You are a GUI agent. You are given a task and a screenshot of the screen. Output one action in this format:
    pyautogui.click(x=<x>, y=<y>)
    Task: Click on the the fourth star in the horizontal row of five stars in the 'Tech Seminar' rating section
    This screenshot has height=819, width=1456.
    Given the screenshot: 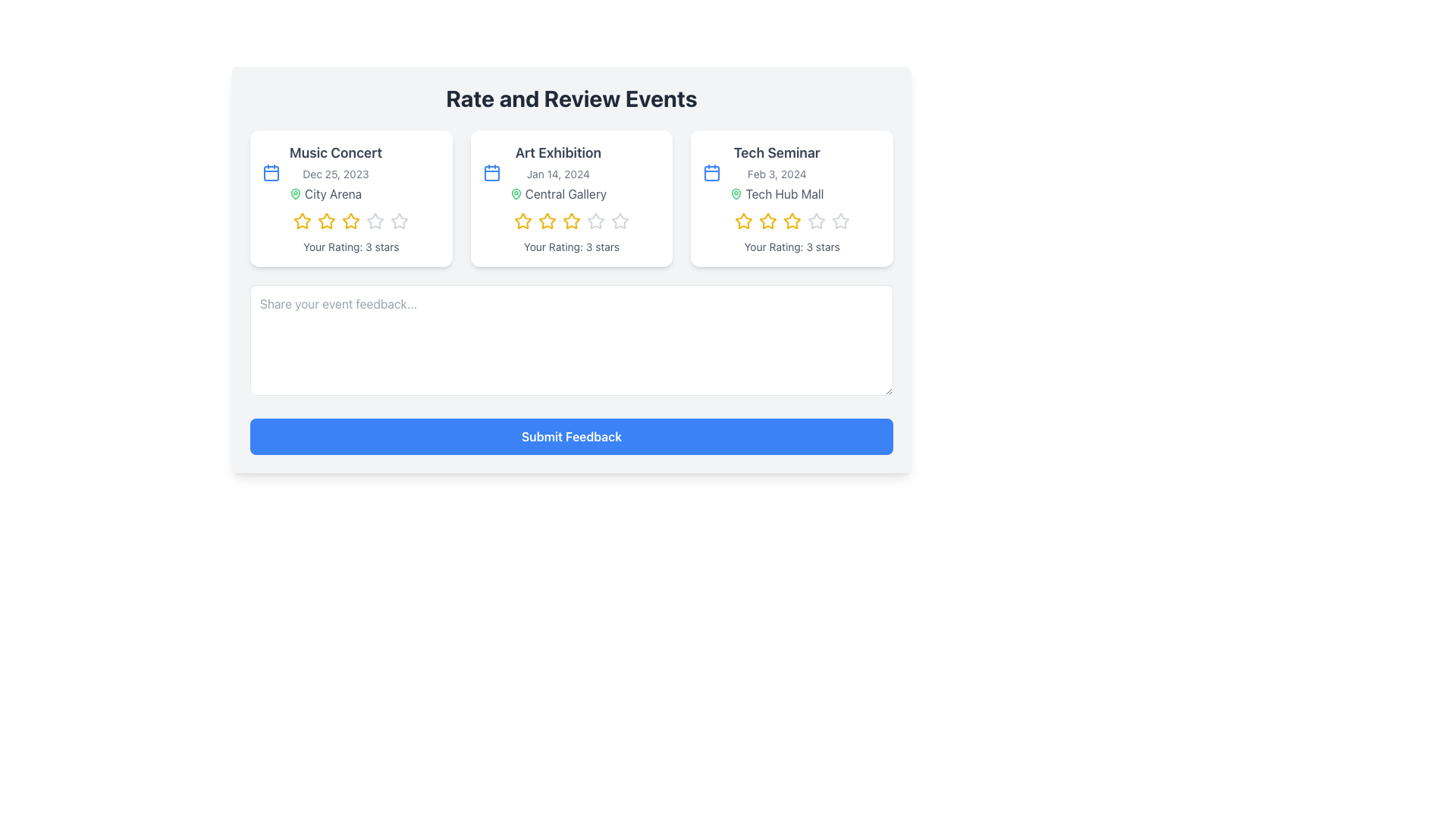 What is the action you would take?
    pyautogui.click(x=815, y=221)
    